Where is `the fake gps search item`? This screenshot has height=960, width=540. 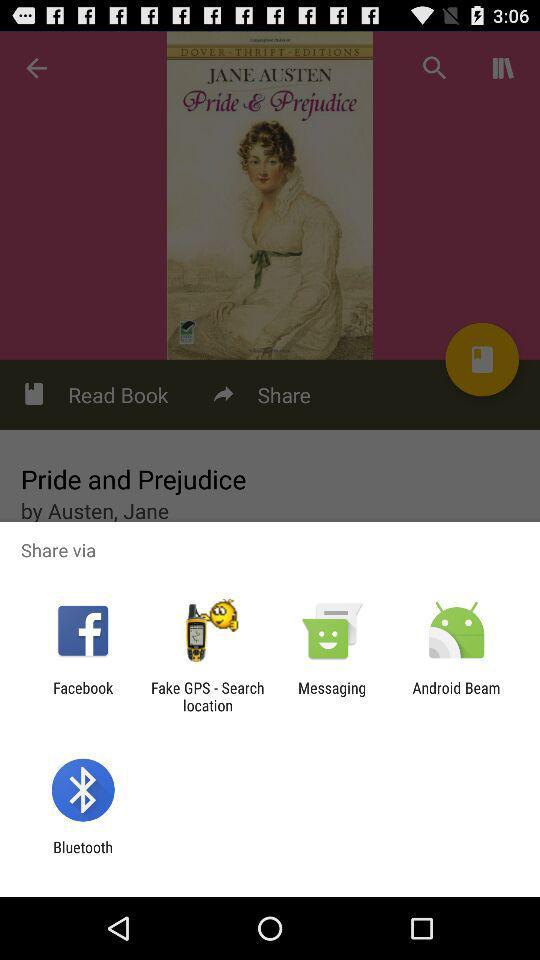 the fake gps search item is located at coordinates (206, 696).